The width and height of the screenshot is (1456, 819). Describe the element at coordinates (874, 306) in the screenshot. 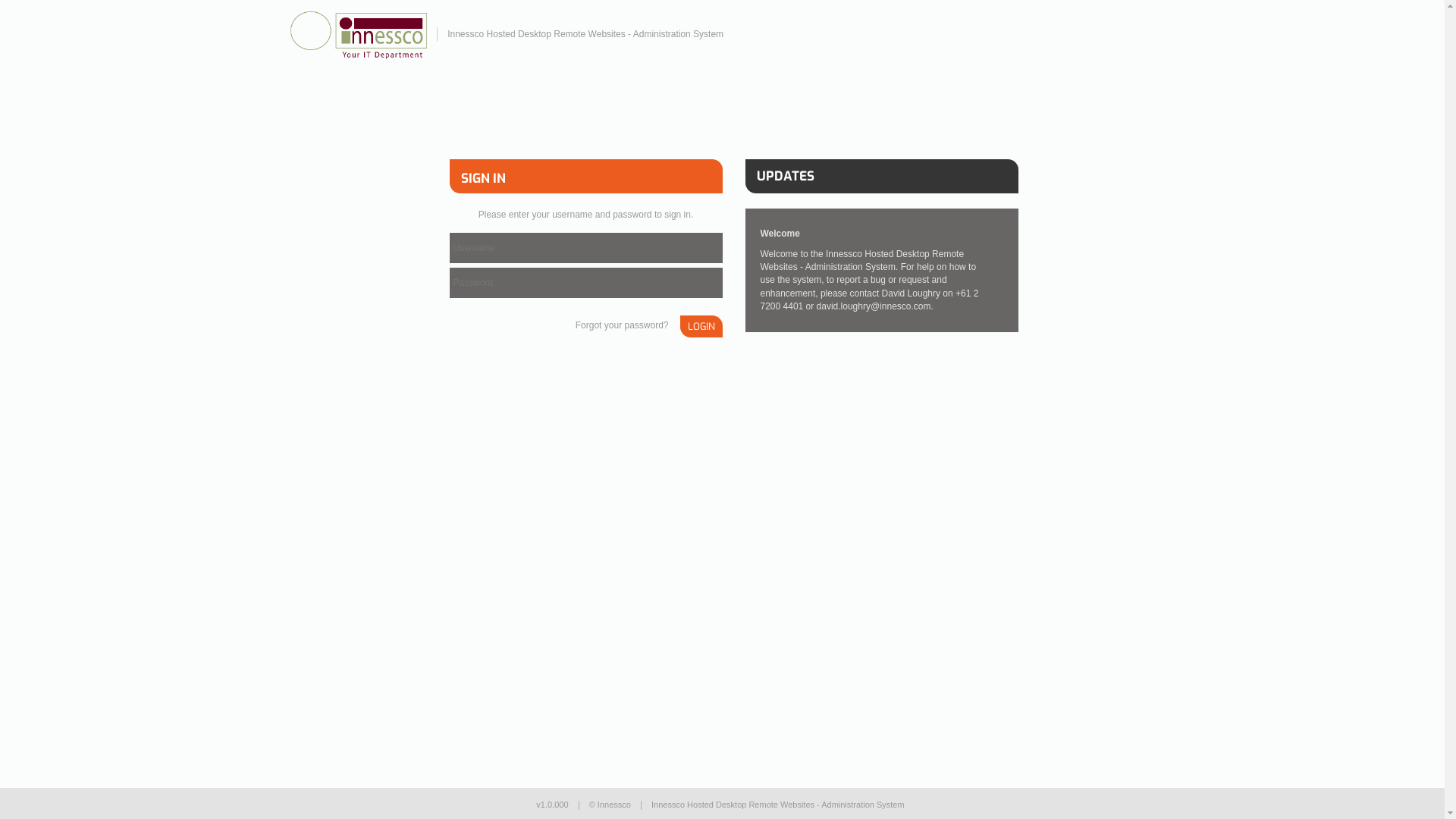

I see `'david.loughry@innesco.com'` at that location.